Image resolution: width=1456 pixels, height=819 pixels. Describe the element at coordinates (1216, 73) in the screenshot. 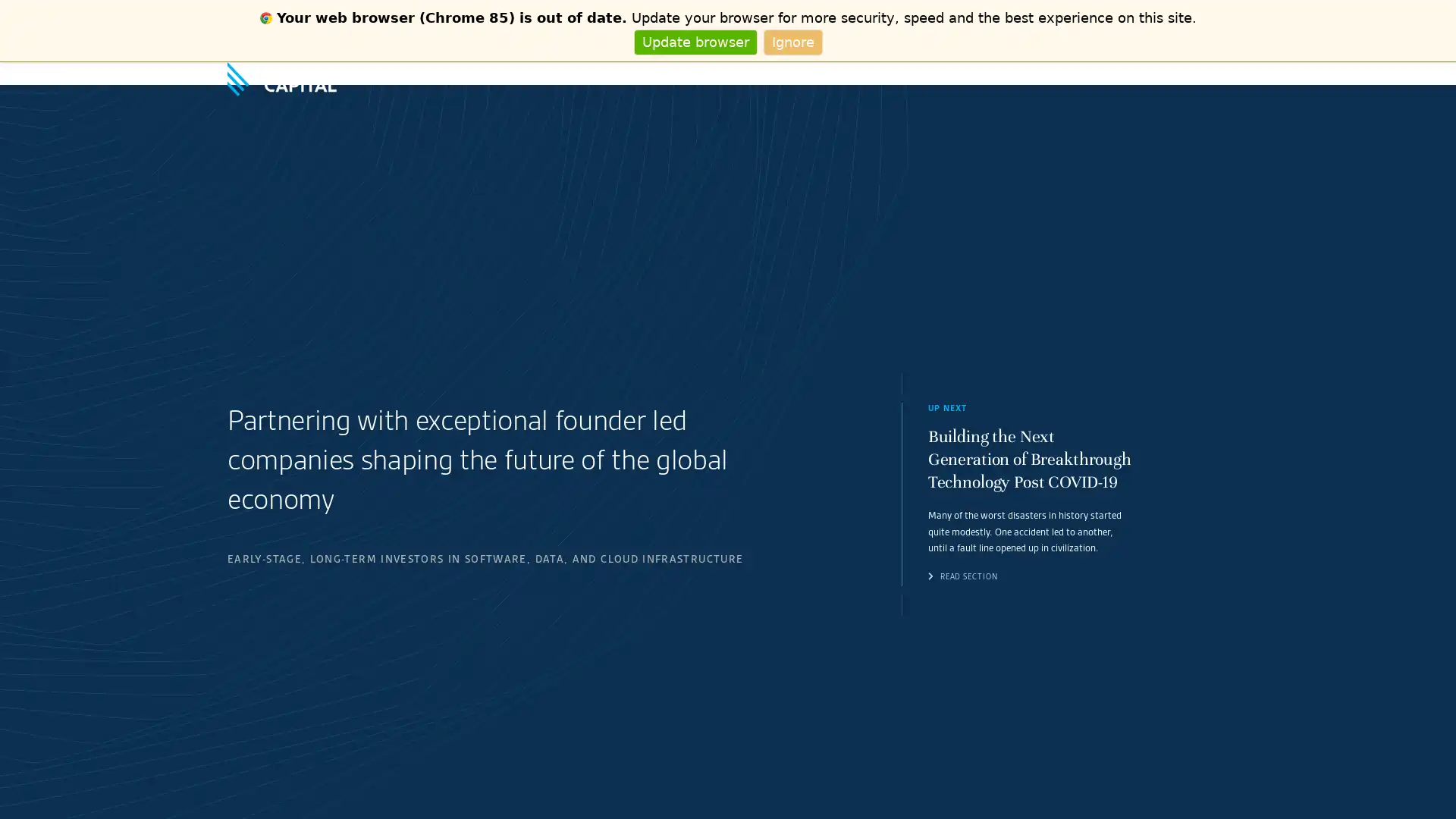

I see `MENU` at that location.